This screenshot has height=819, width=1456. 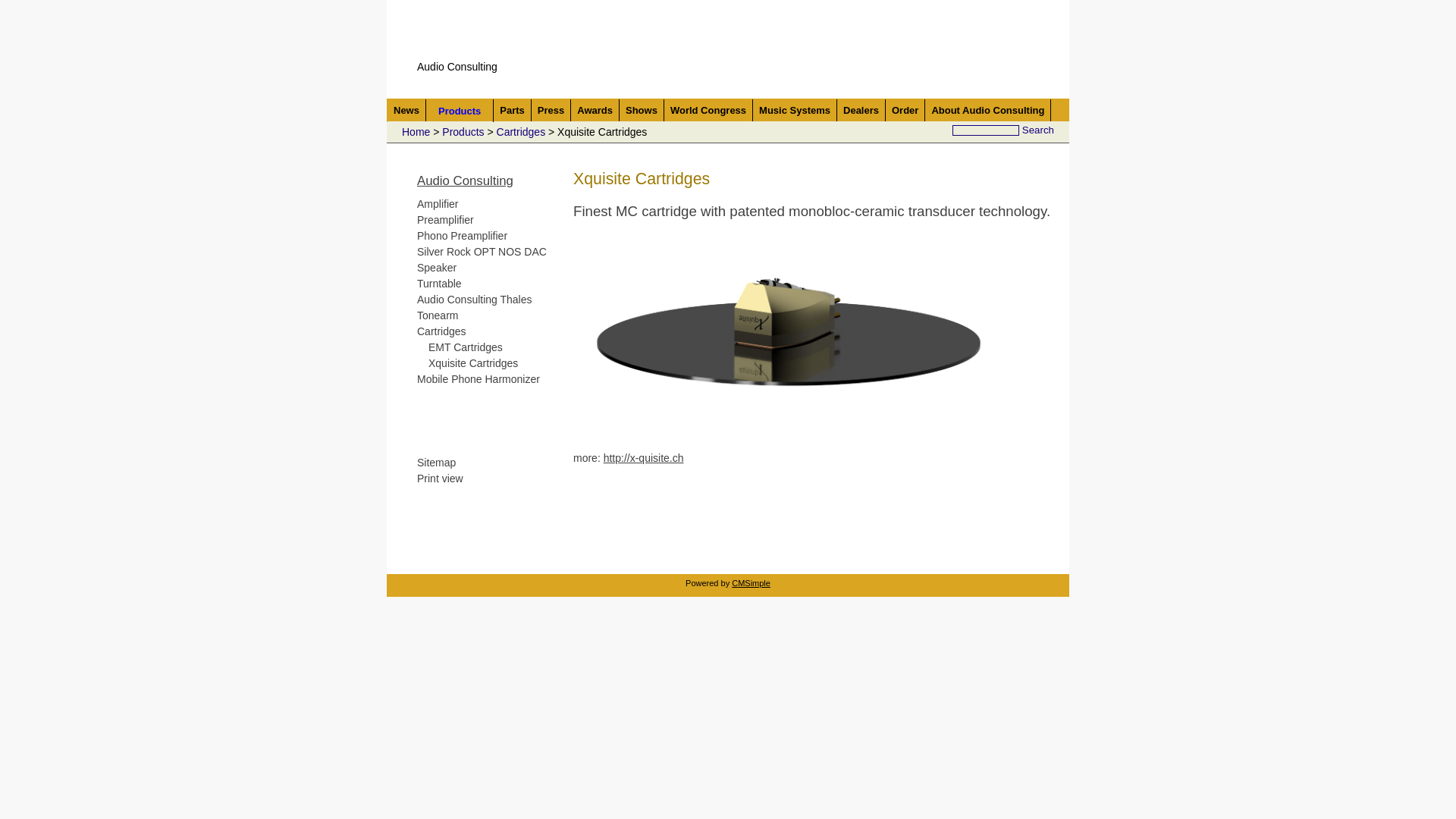 I want to click on 'News', so click(x=406, y=109).